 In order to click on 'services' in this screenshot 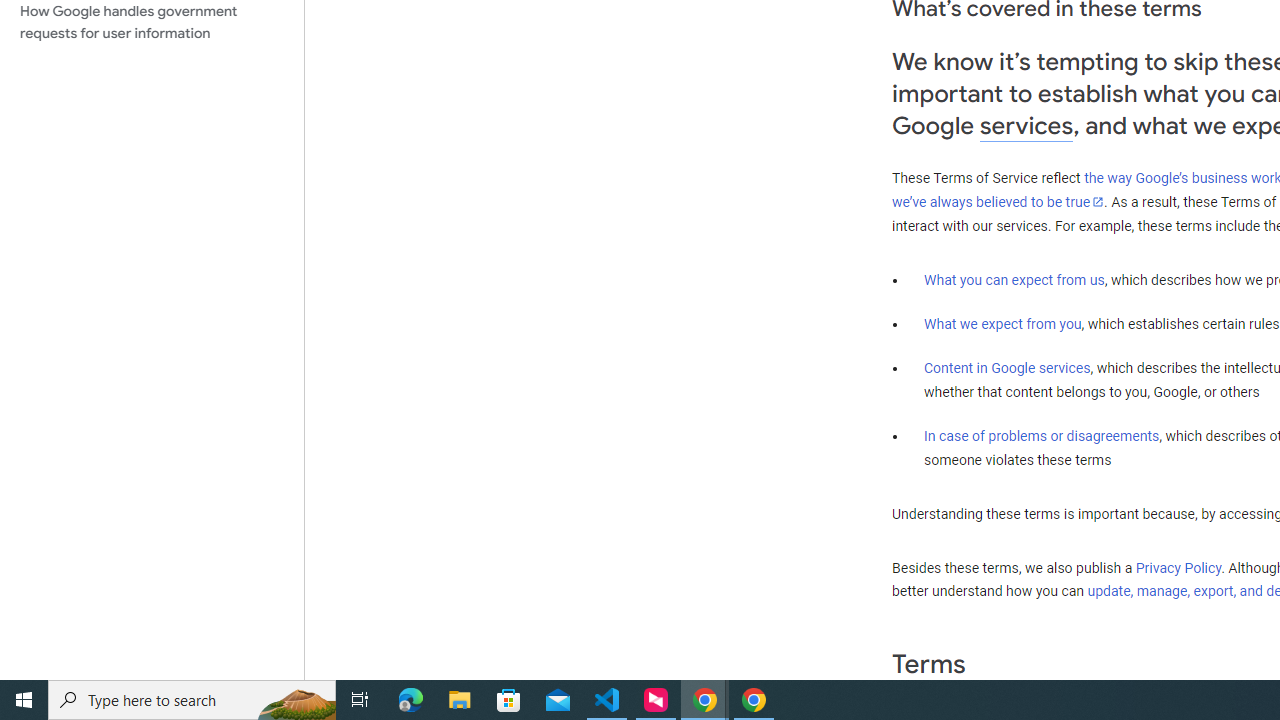, I will do `click(1026, 125)`.